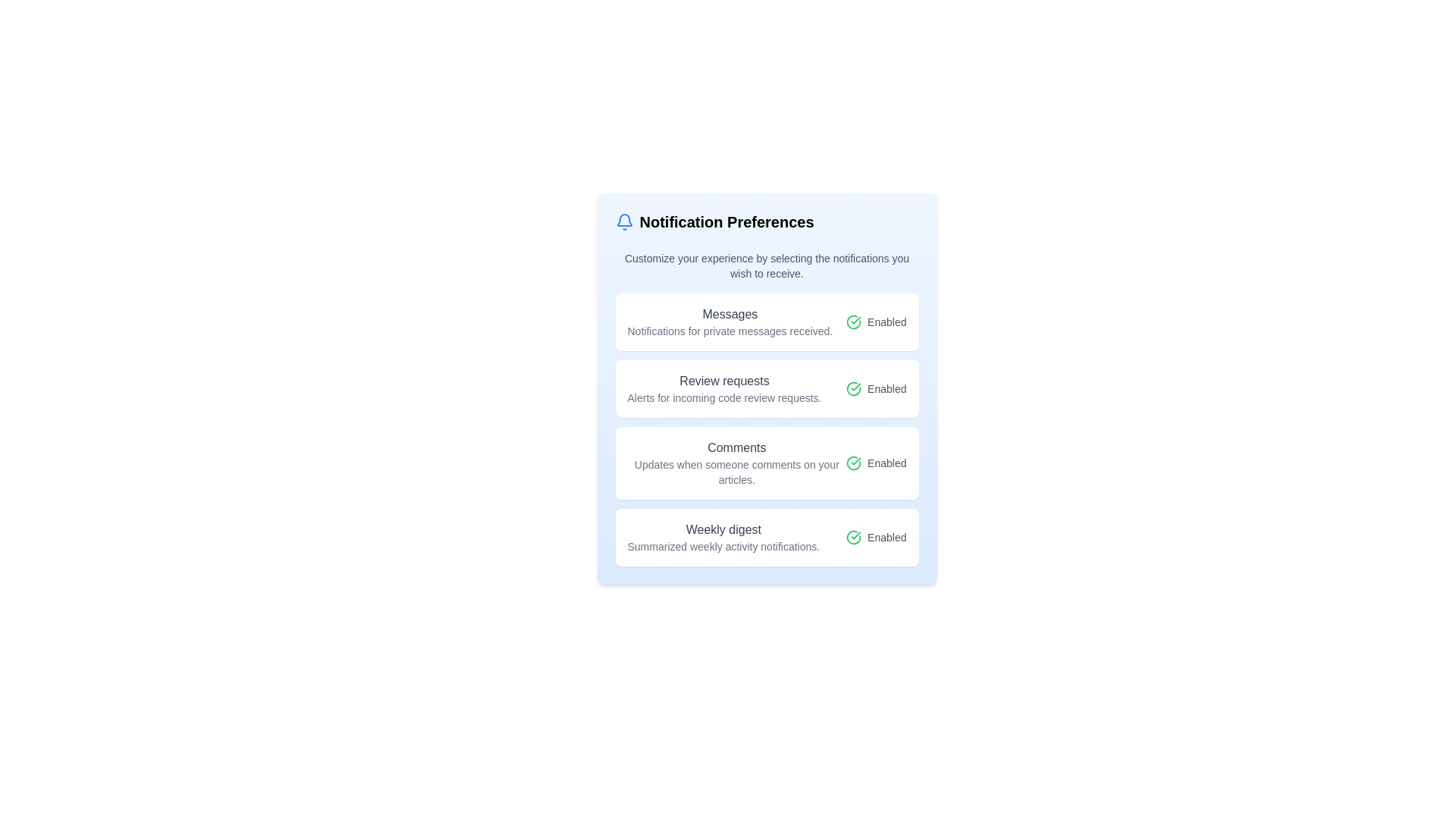 This screenshot has height=819, width=1456. What do you see at coordinates (767, 265) in the screenshot?
I see `text paragraph styled with small font size and gray color, located below the title 'Notification Preferences' and above the list of notification options` at bounding box center [767, 265].